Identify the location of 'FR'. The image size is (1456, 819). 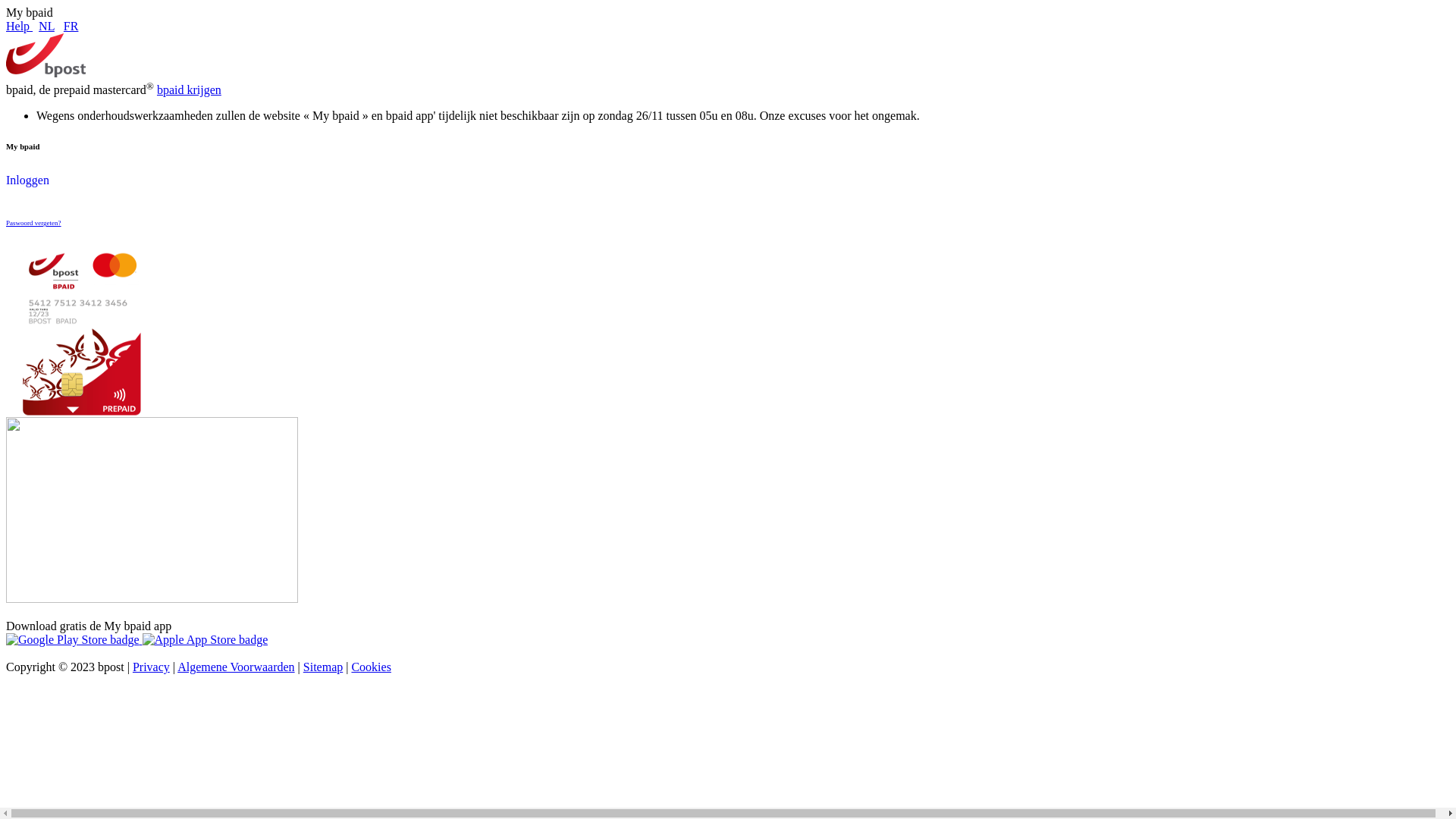
(62, 26).